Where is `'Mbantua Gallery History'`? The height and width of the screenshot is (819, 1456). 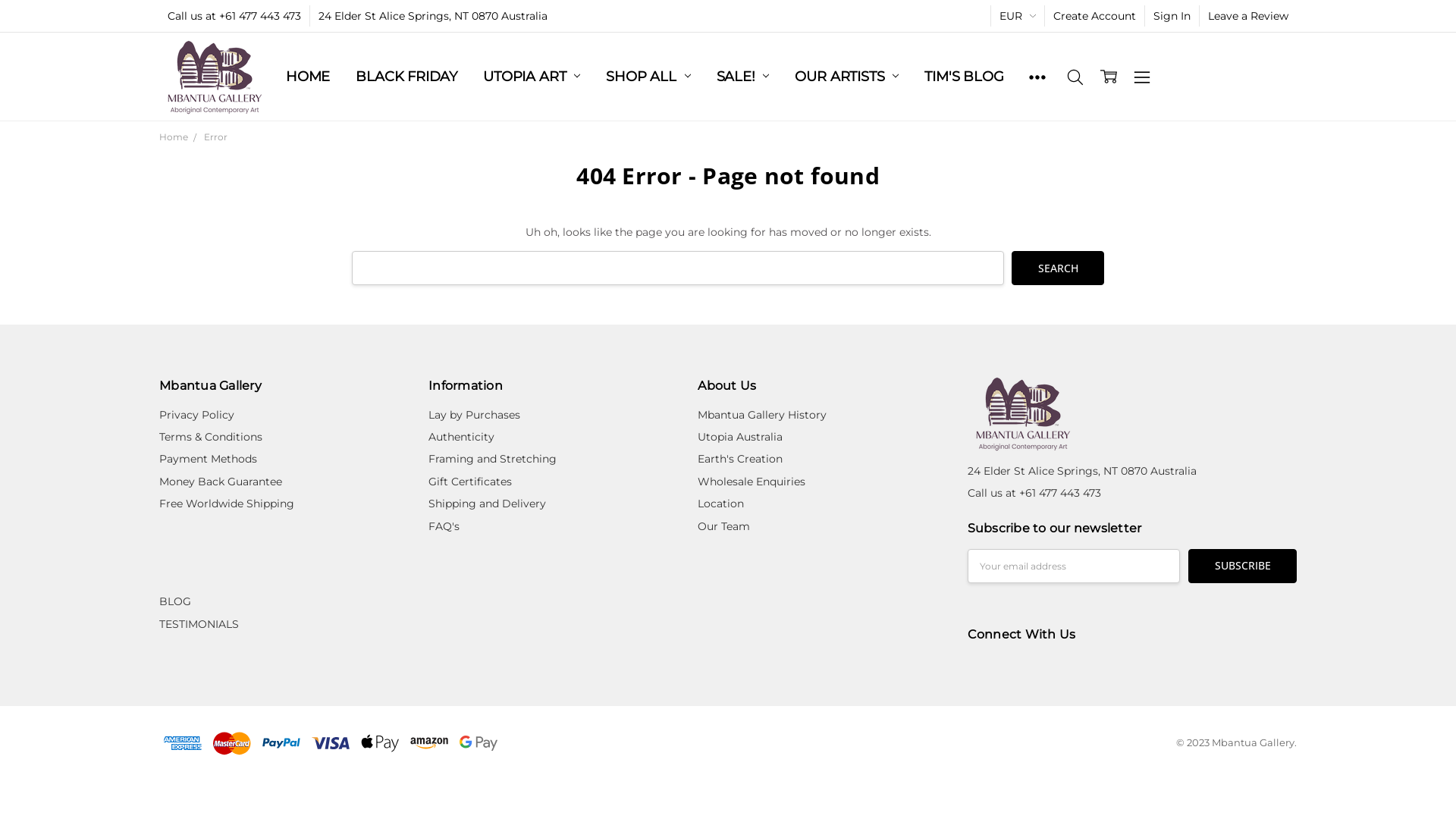
'Mbantua Gallery History' is located at coordinates (761, 415).